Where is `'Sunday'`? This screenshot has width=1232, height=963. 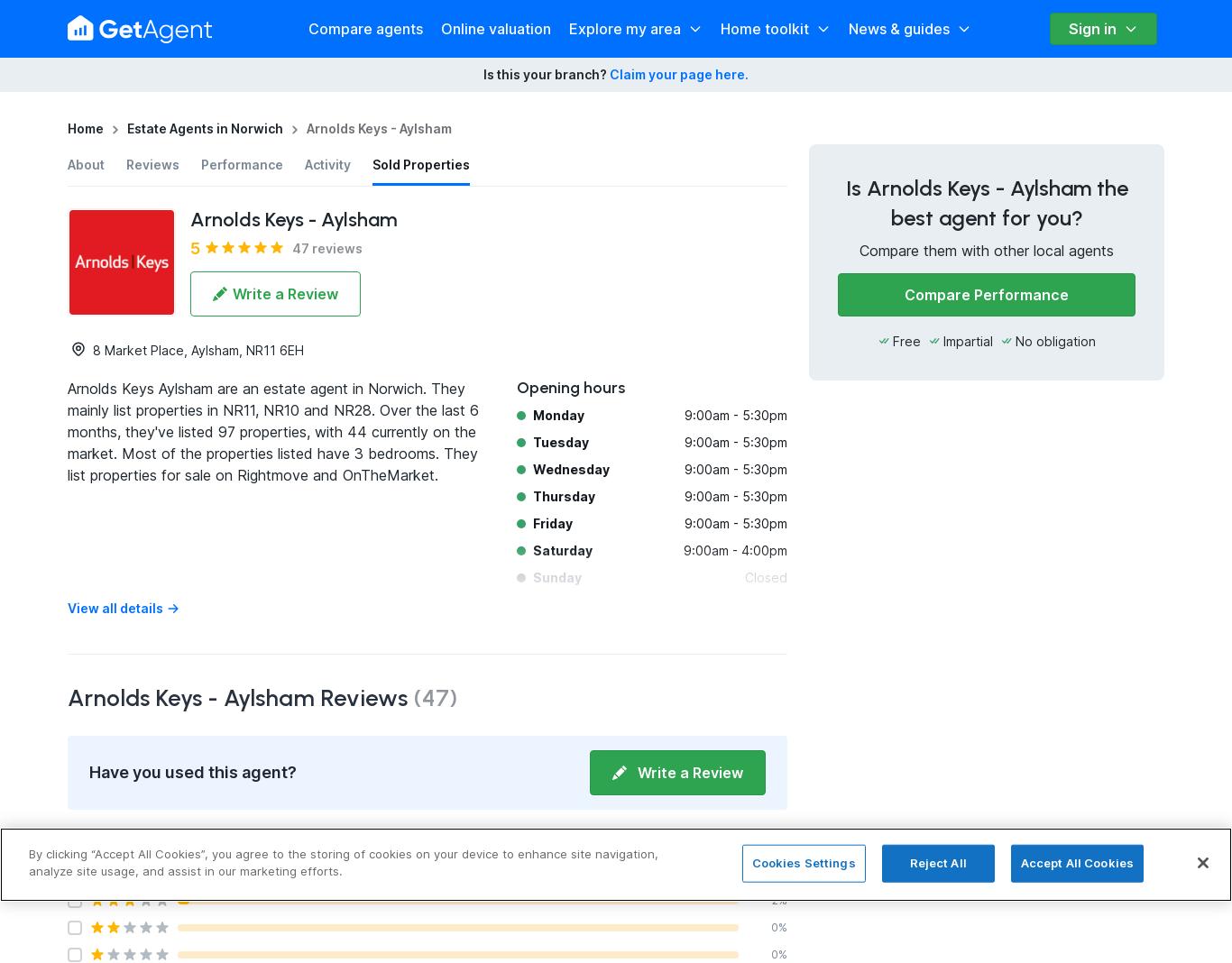
'Sunday' is located at coordinates (532, 576).